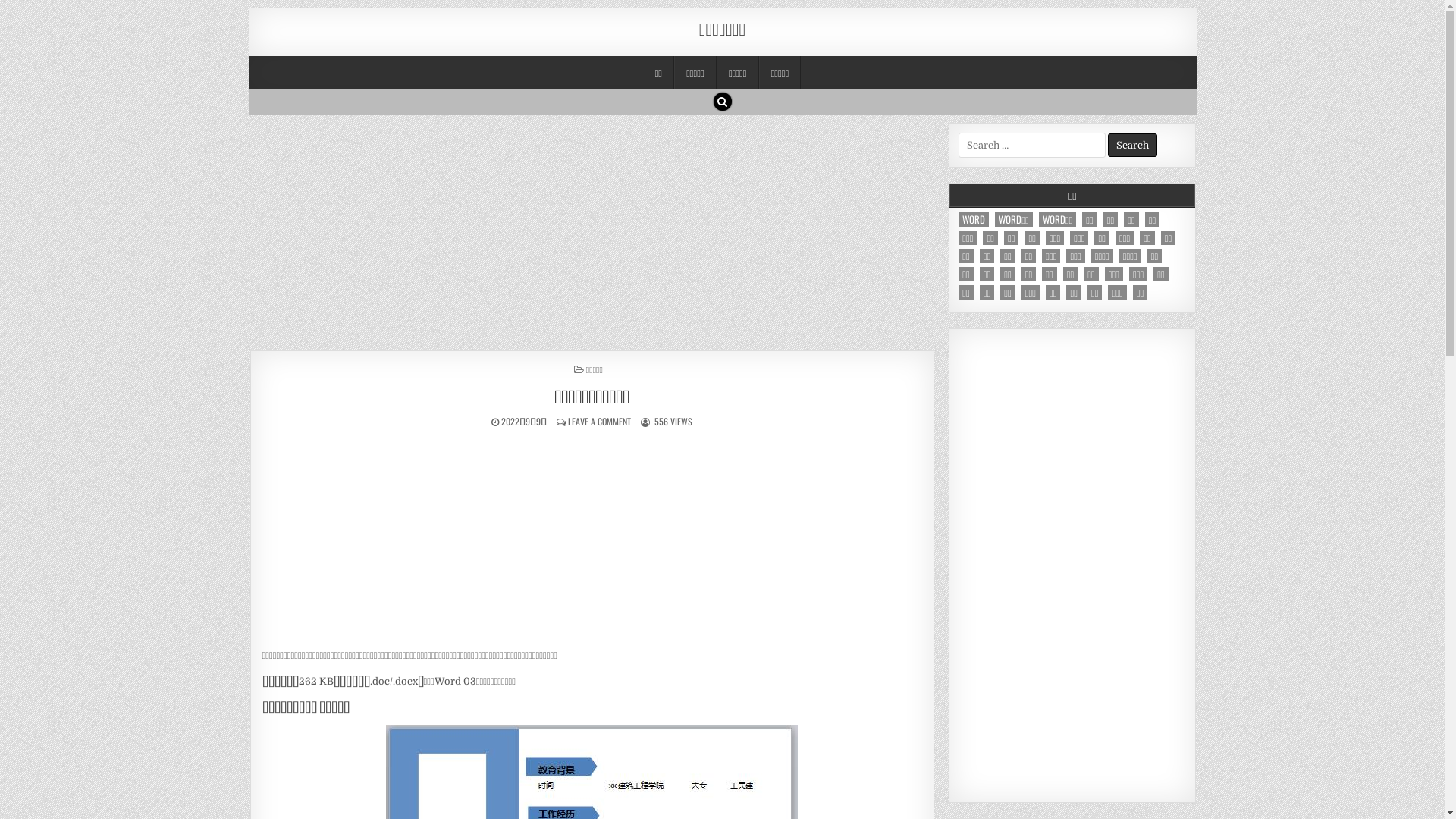 This screenshot has width=1456, height=819. I want to click on 'Advertisement', so click(1072, 565).